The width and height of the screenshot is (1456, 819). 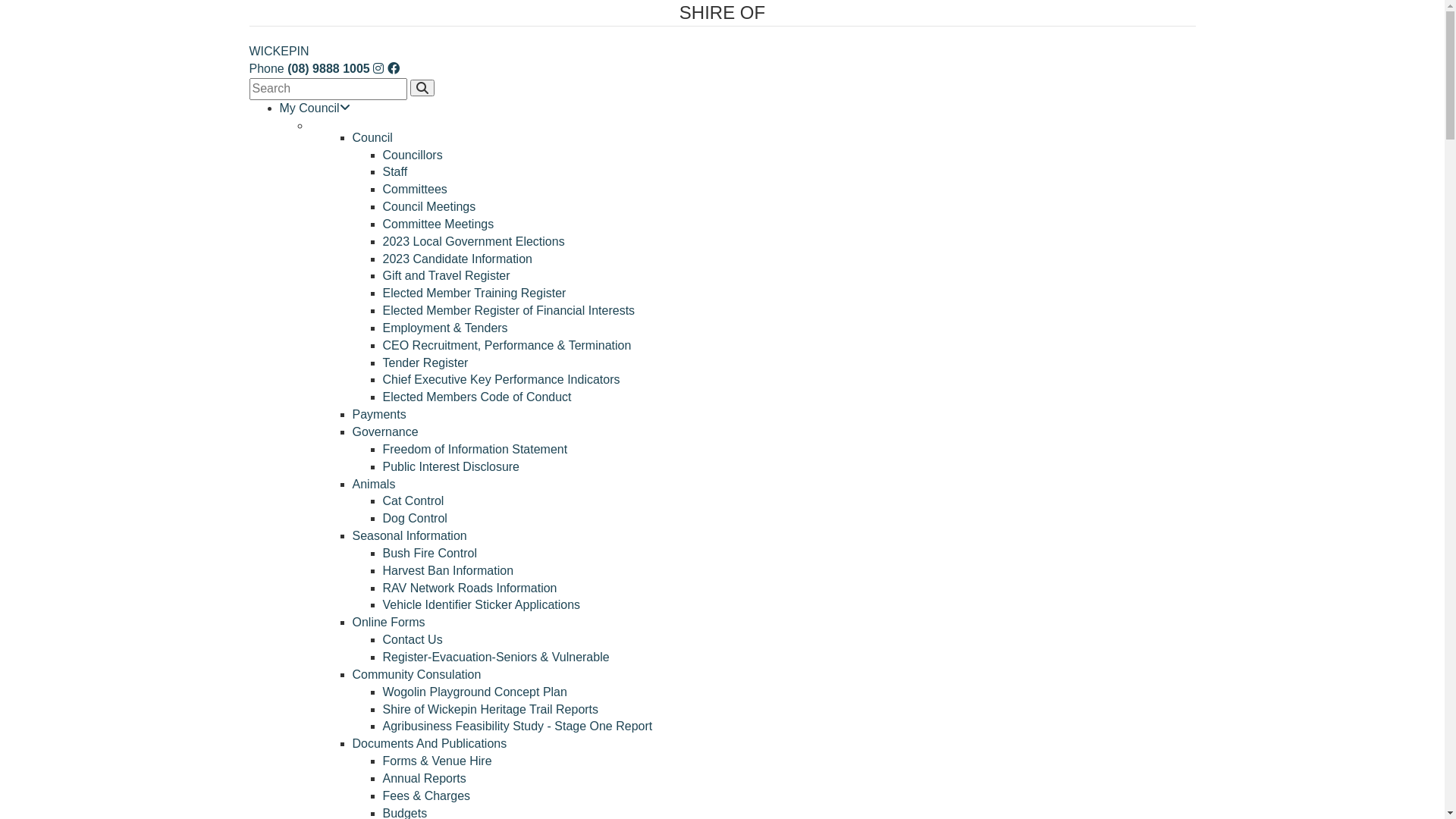 What do you see at coordinates (428, 742) in the screenshot?
I see `'Documents And Publications'` at bounding box center [428, 742].